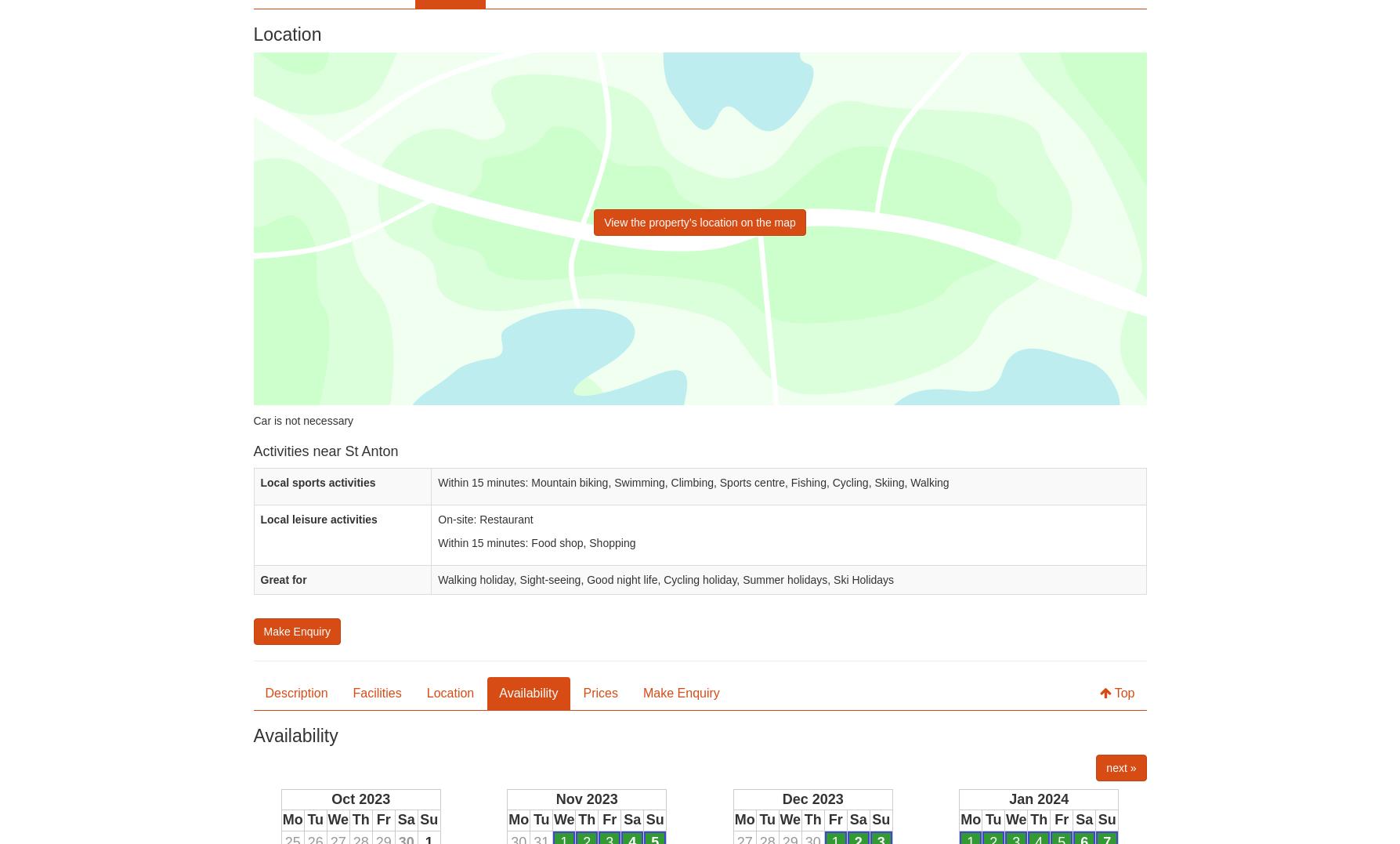 This screenshot has height=844, width=1400. Describe the element at coordinates (699, 221) in the screenshot. I see `'View the property’s location on the map'` at that location.